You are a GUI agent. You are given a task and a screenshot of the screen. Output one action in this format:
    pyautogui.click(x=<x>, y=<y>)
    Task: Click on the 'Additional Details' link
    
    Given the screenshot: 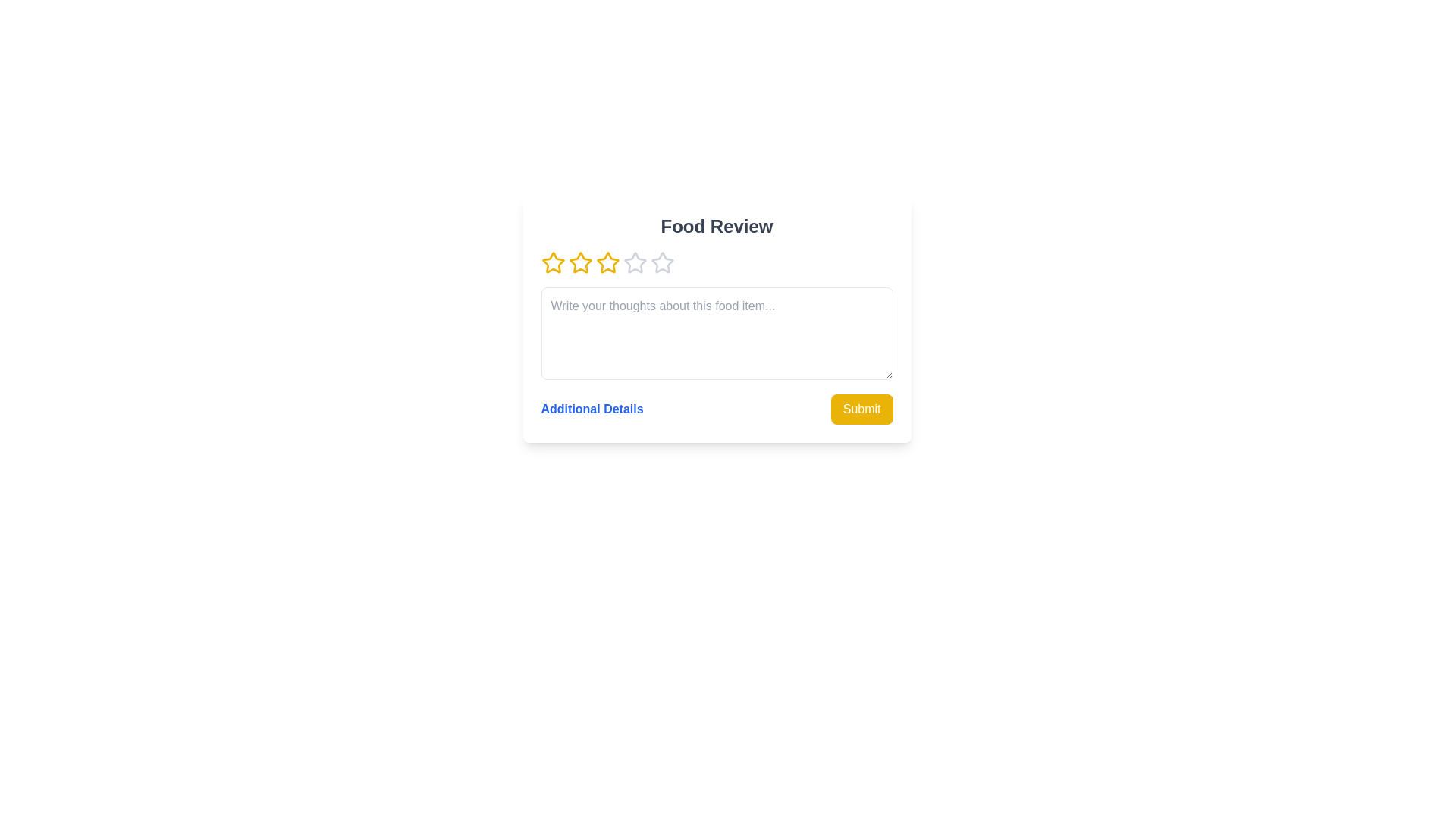 What is the action you would take?
    pyautogui.click(x=591, y=409)
    